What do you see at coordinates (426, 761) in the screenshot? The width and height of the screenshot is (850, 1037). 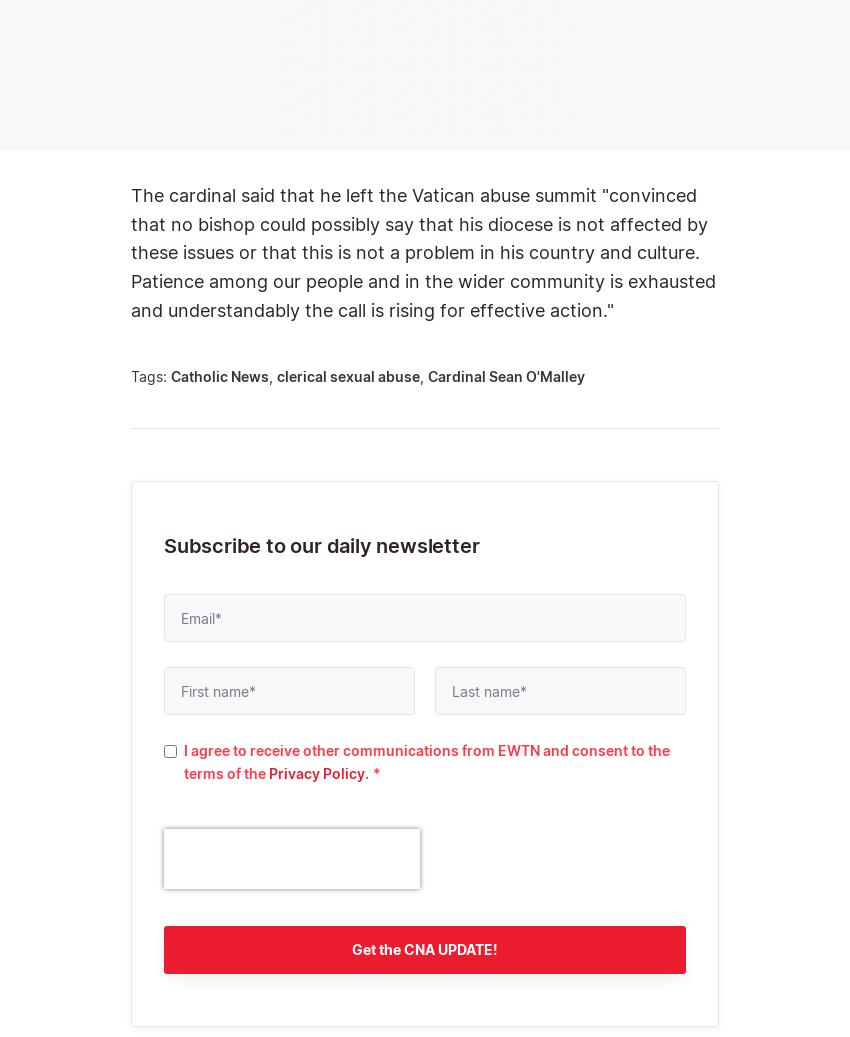 I see `'I agree to receive other communications from EWTN and consent to the terms of the'` at bounding box center [426, 761].